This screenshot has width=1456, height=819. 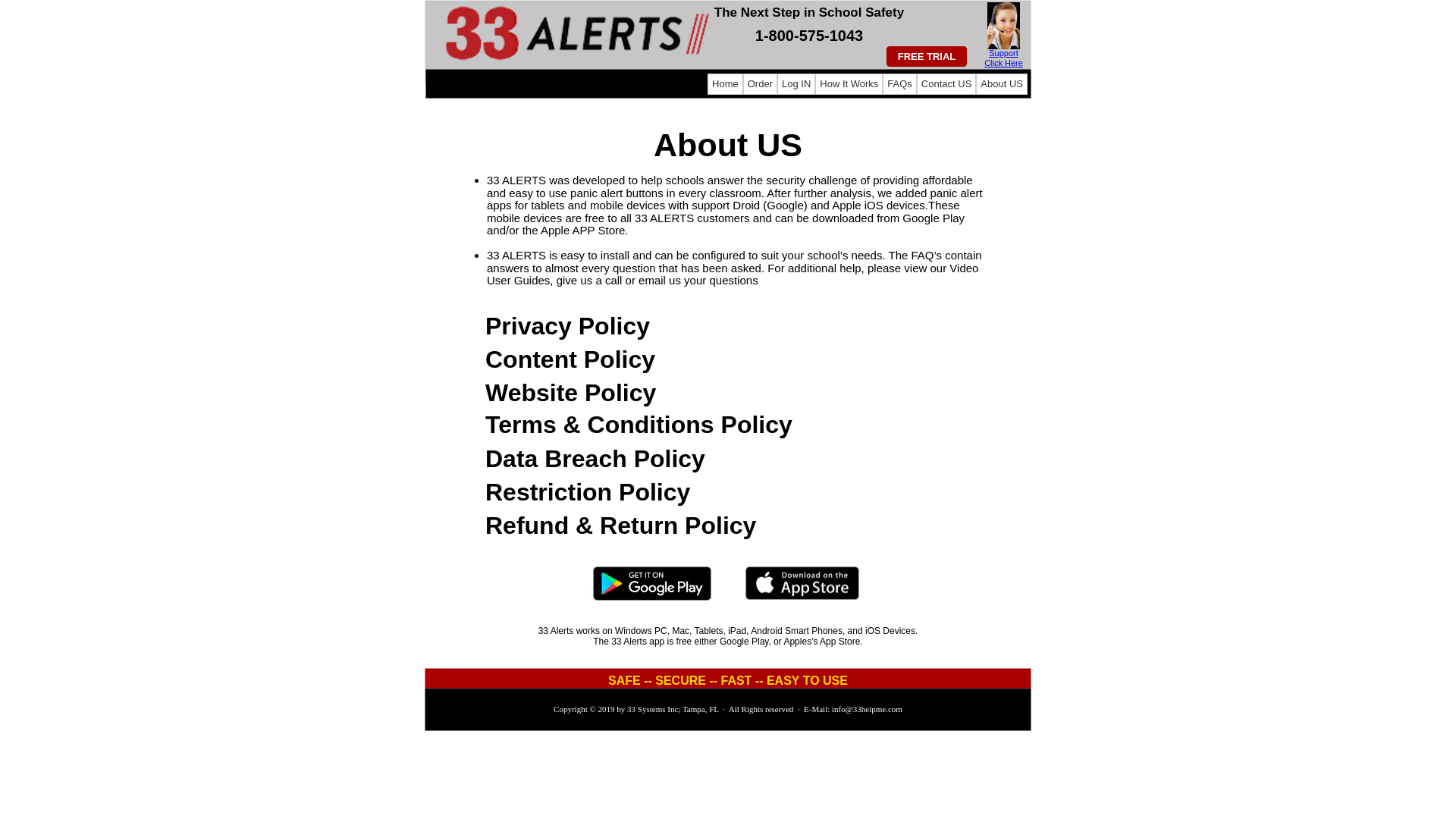 What do you see at coordinates (848, 84) in the screenshot?
I see `'How It Works'` at bounding box center [848, 84].